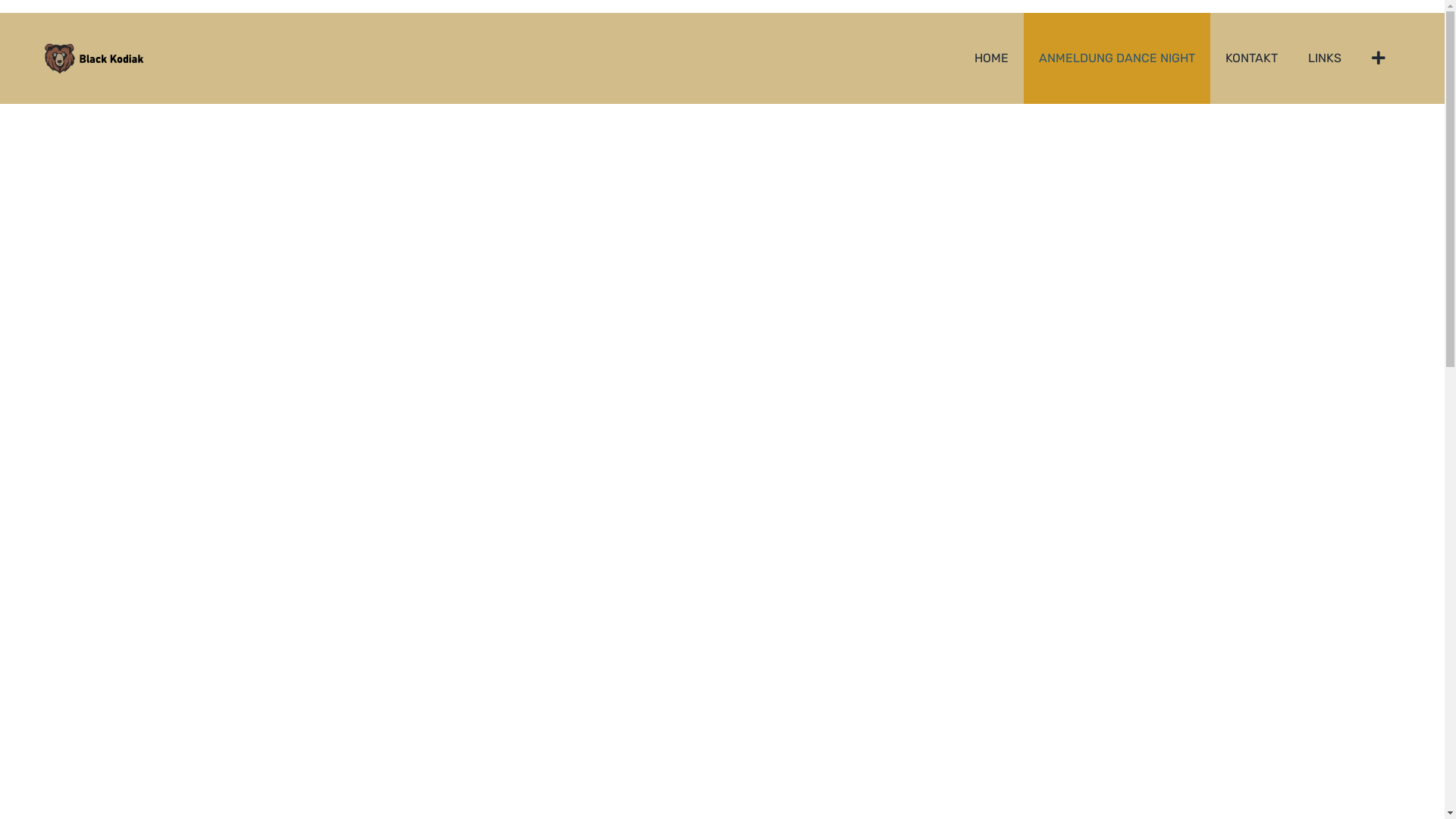 The width and height of the screenshot is (1456, 819). I want to click on 'Sliding Bar umschalten', so click(1379, 58).